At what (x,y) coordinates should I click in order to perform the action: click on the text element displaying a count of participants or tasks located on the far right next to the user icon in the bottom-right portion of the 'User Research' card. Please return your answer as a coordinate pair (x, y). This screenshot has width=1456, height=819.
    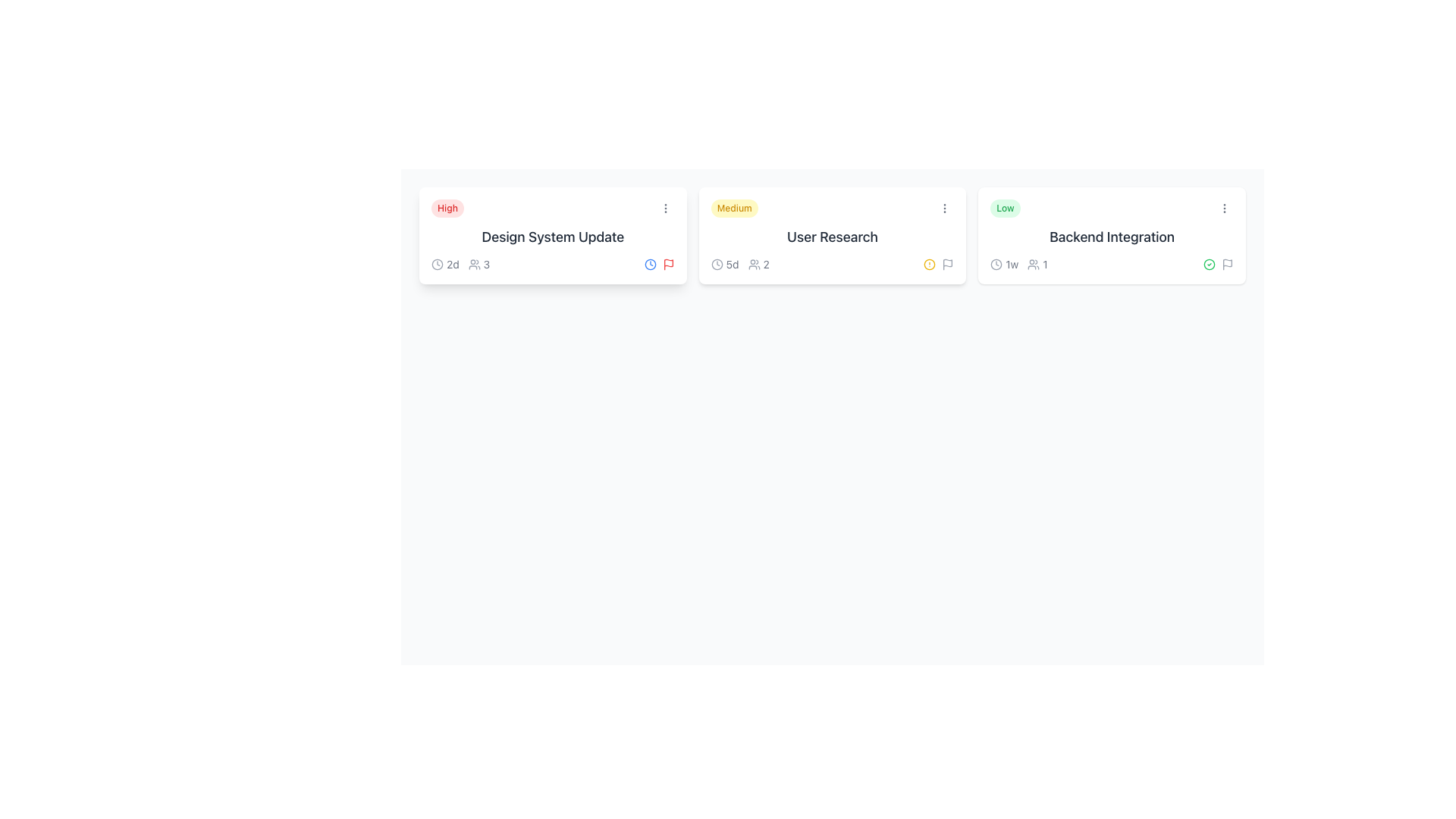
    Looking at the image, I should click on (766, 263).